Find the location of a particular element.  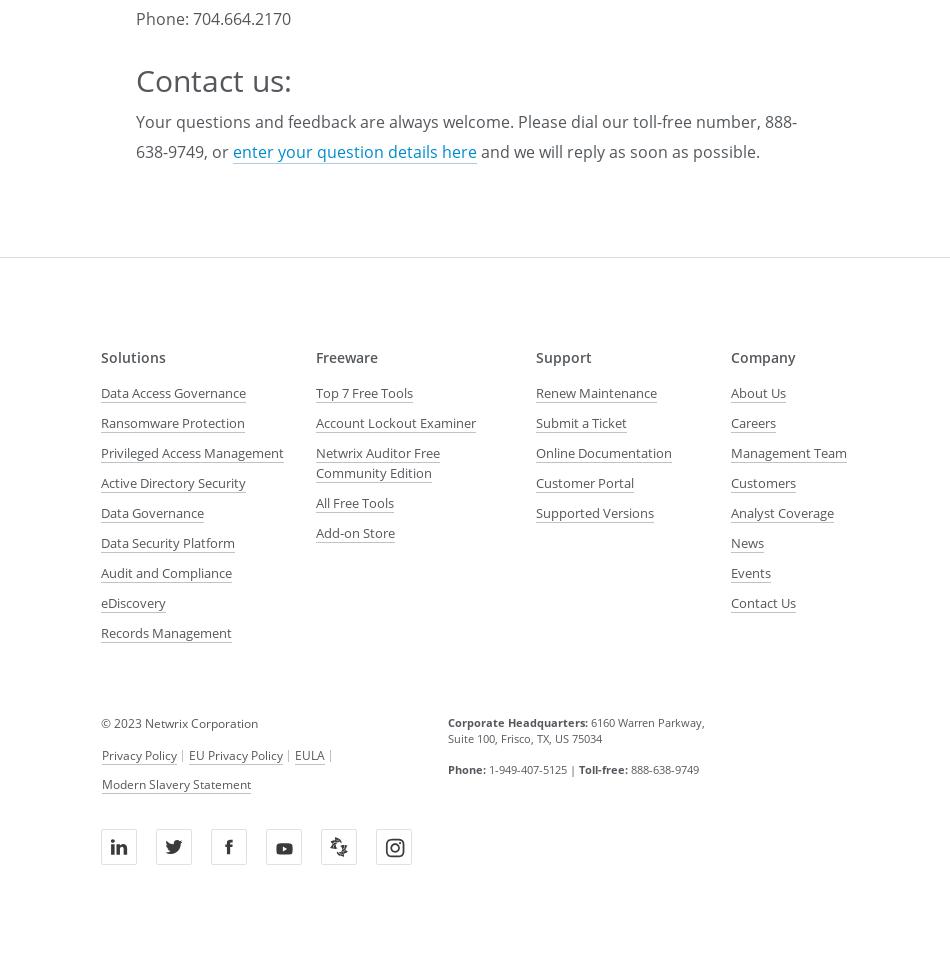

'Data Governance' is located at coordinates (152, 512).